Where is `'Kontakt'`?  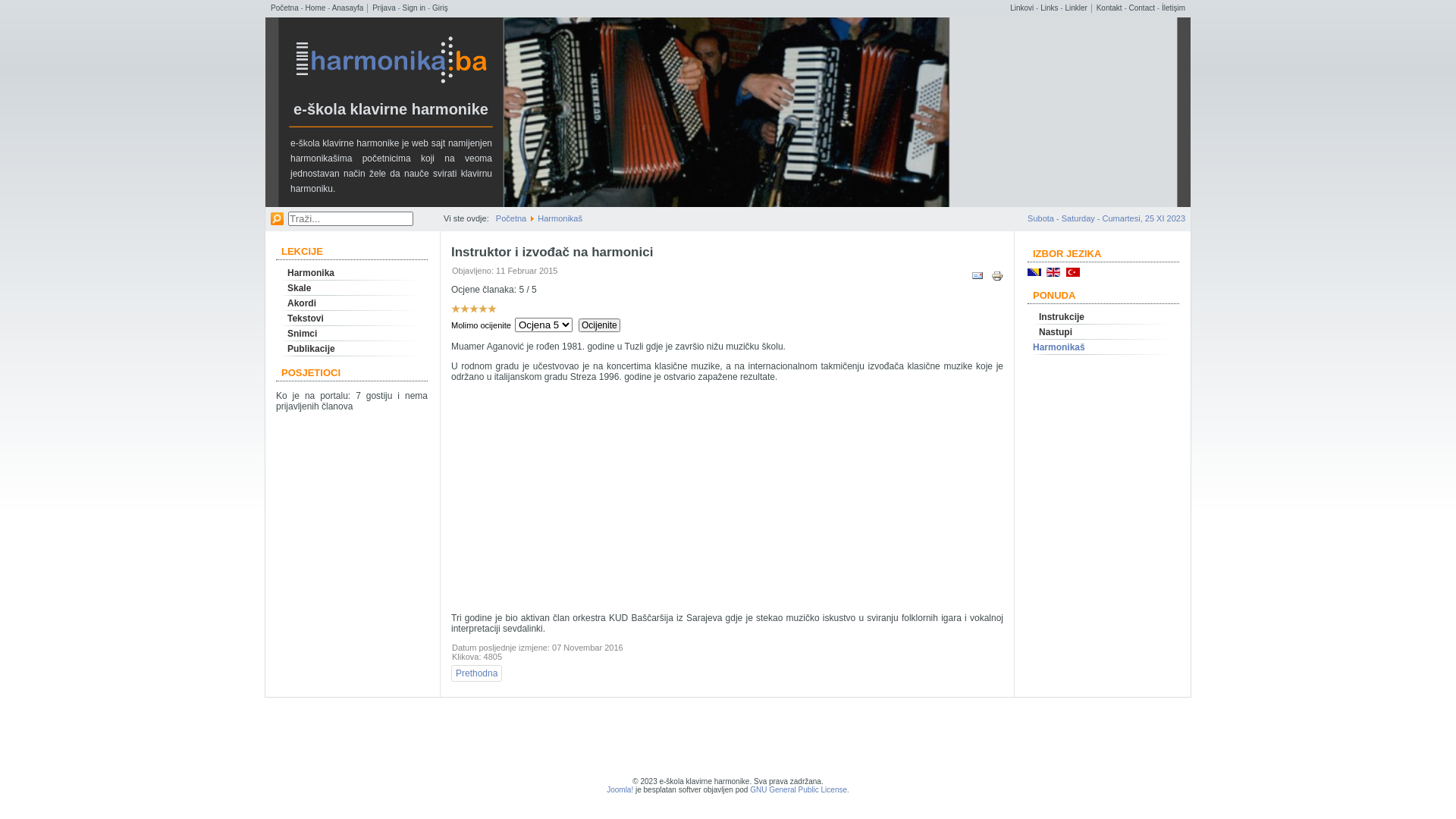 'Kontakt' is located at coordinates (1109, 8).